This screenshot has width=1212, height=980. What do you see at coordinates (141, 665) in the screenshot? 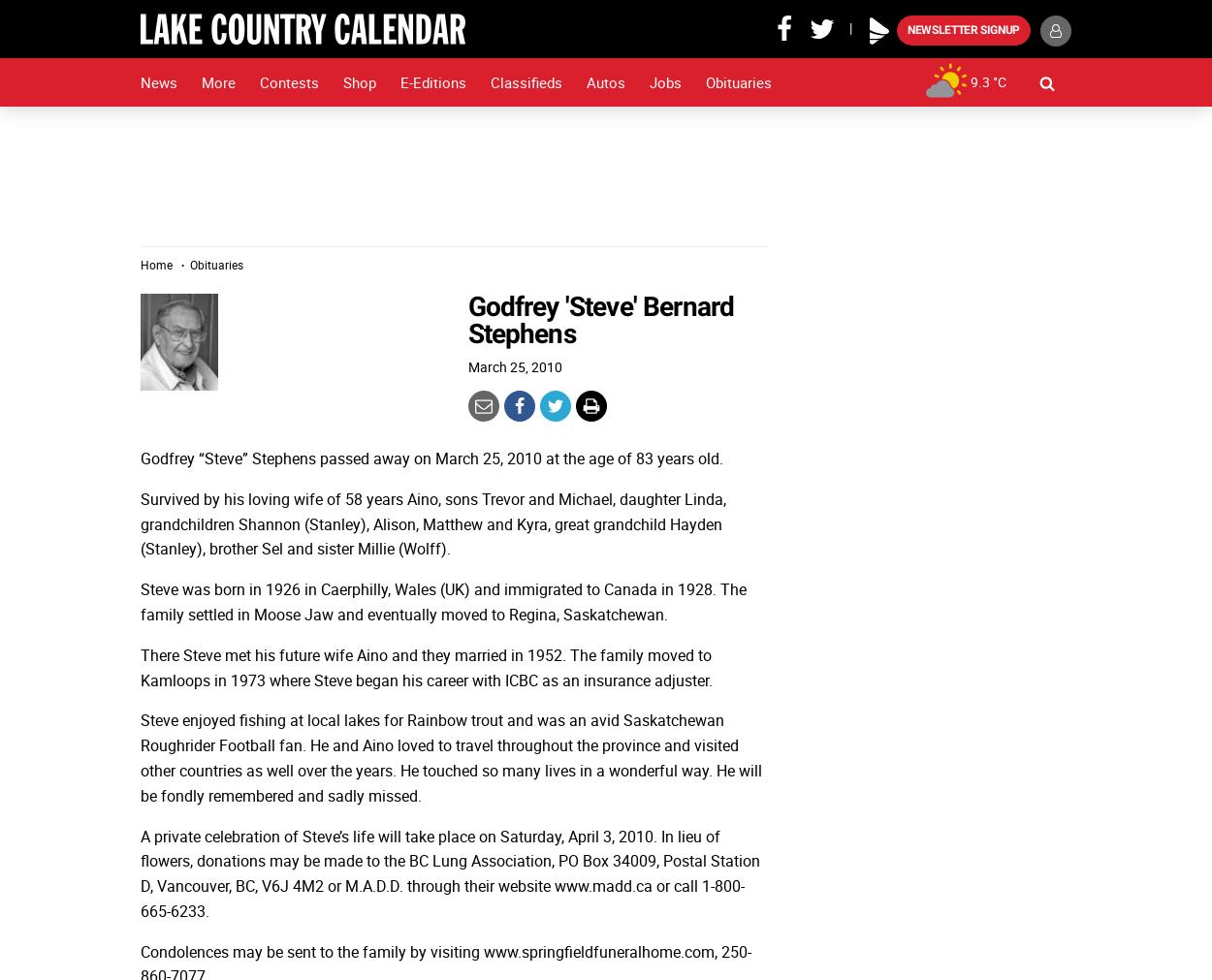
I see `'There Steve met his future wife Aino and they married in 1952. The family moved to Kamloops in 1973 where Steve began his career with ICBC as an insurance adjuster.'` at bounding box center [141, 665].